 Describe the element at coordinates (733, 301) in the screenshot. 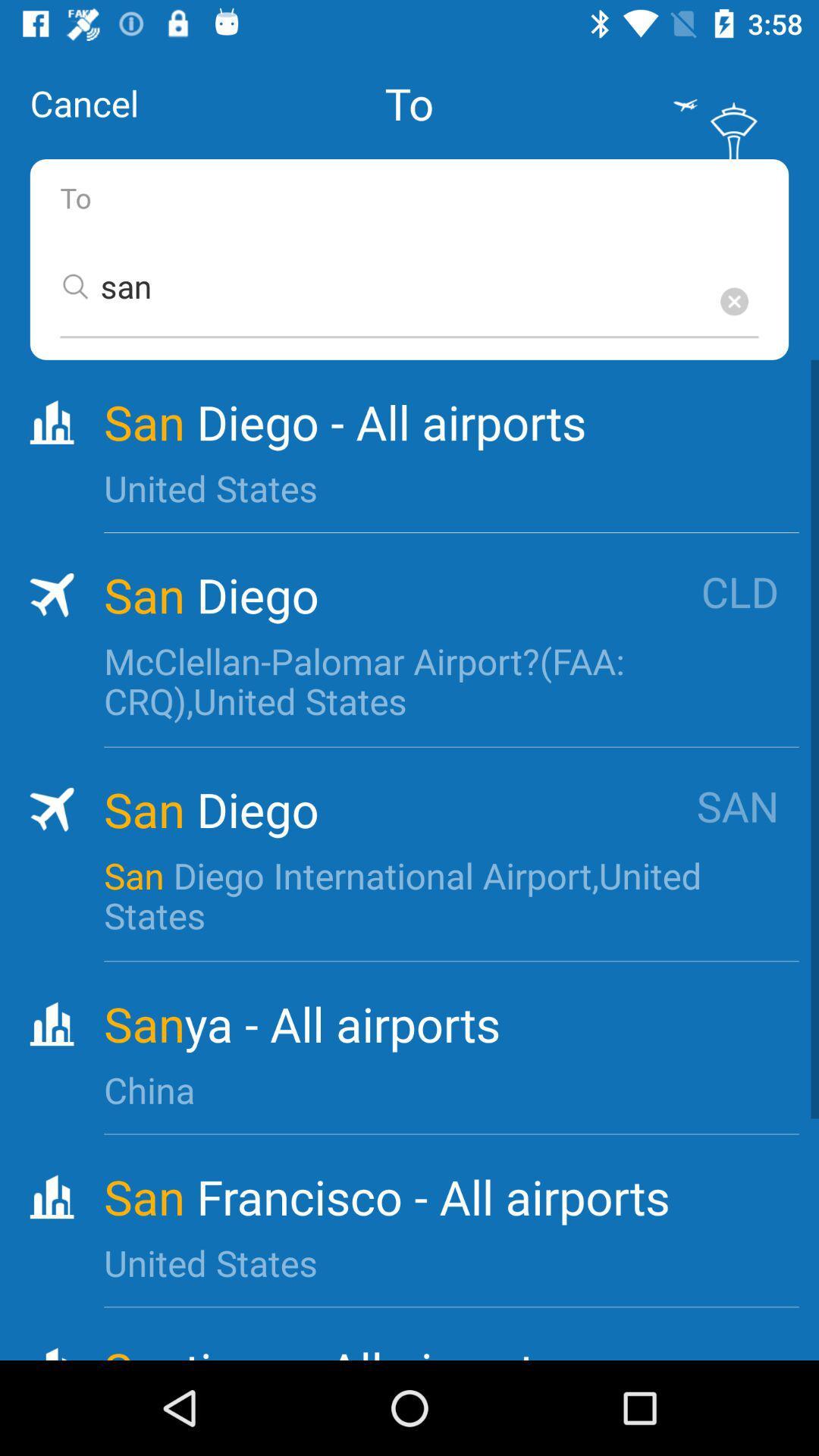

I see `the delete option` at that location.